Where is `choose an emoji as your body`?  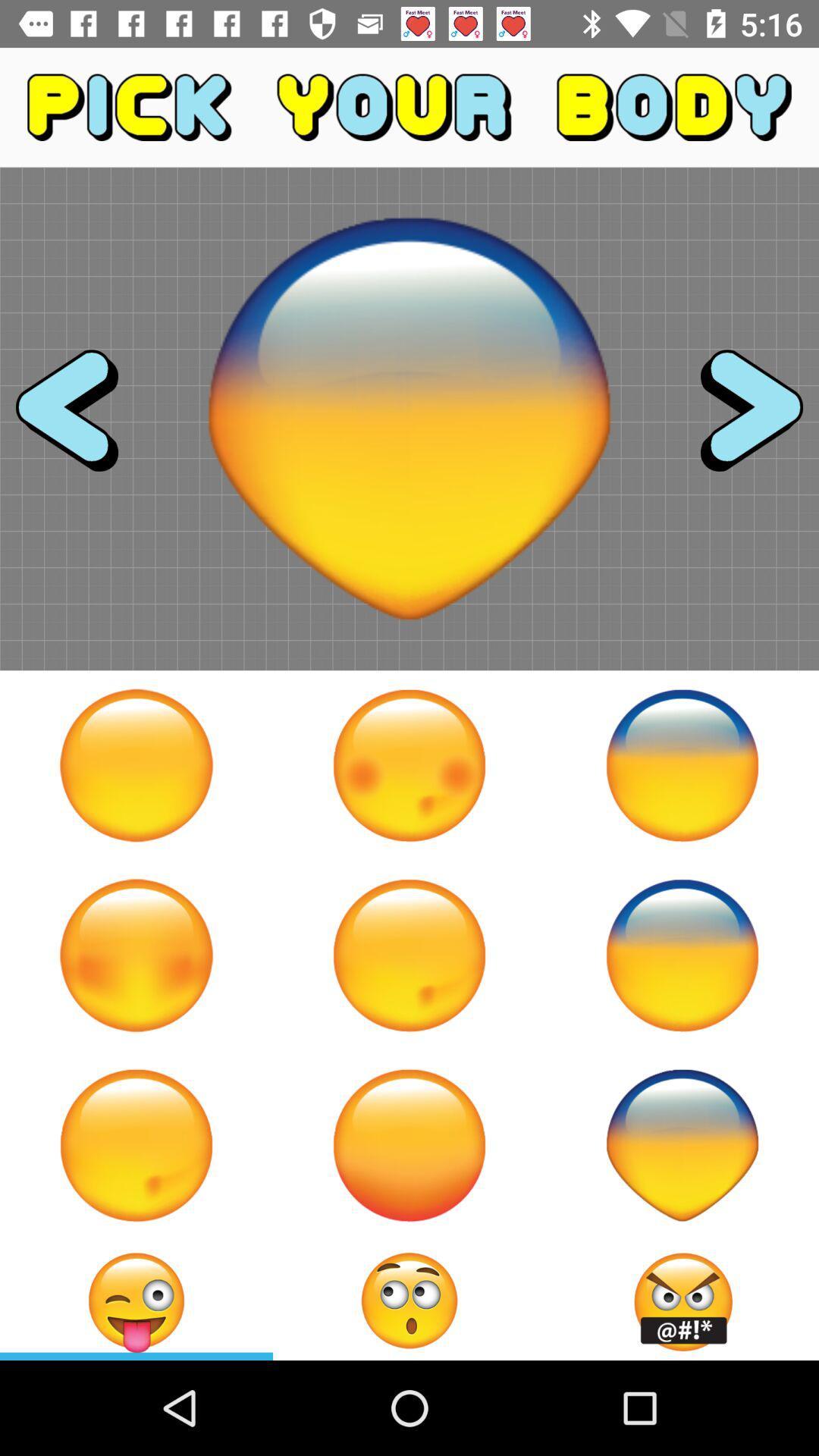
choose an emoji as your body is located at coordinates (409, 1300).